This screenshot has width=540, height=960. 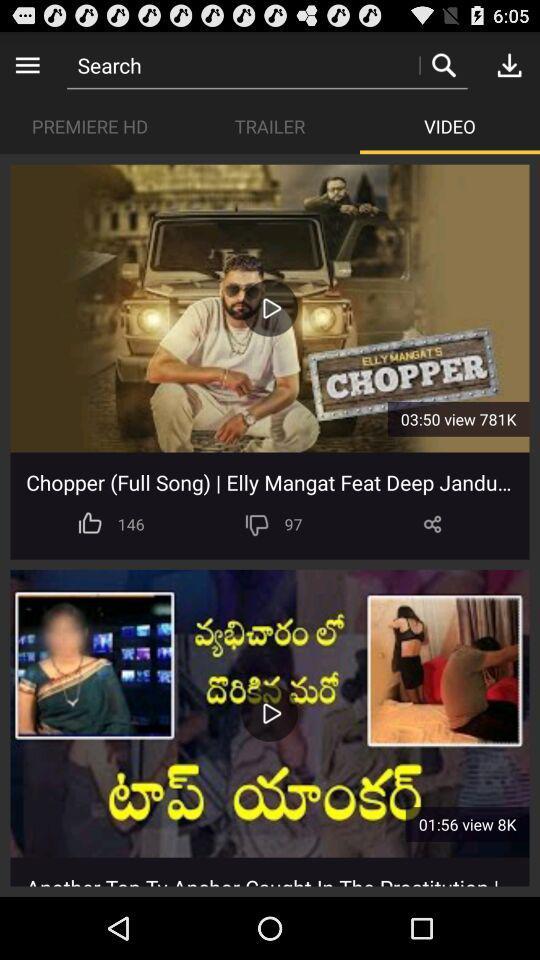 What do you see at coordinates (431, 523) in the screenshot?
I see `item next to the 97 icon` at bounding box center [431, 523].